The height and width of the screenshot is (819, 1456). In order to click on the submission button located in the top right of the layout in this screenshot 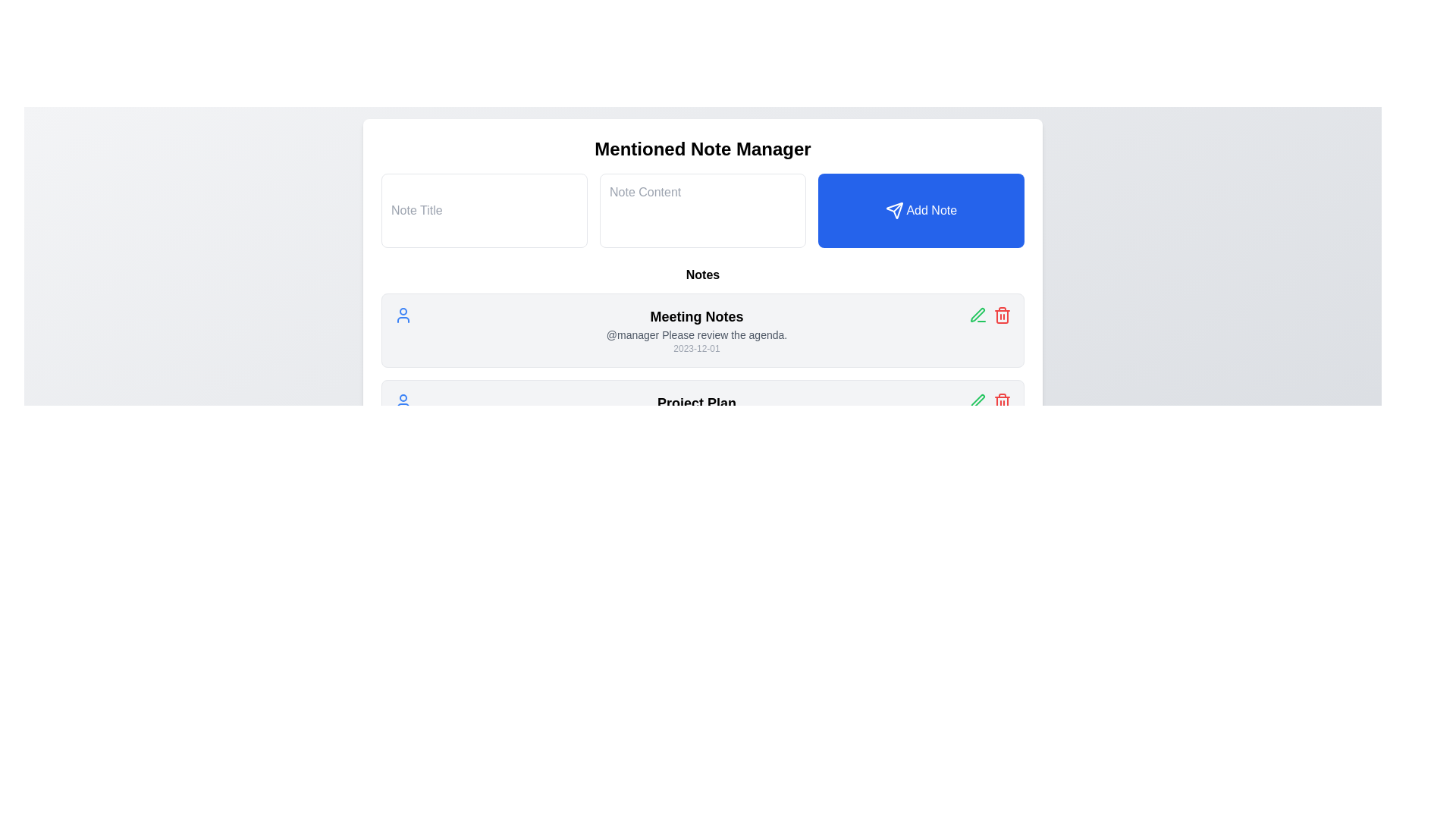, I will do `click(920, 210)`.